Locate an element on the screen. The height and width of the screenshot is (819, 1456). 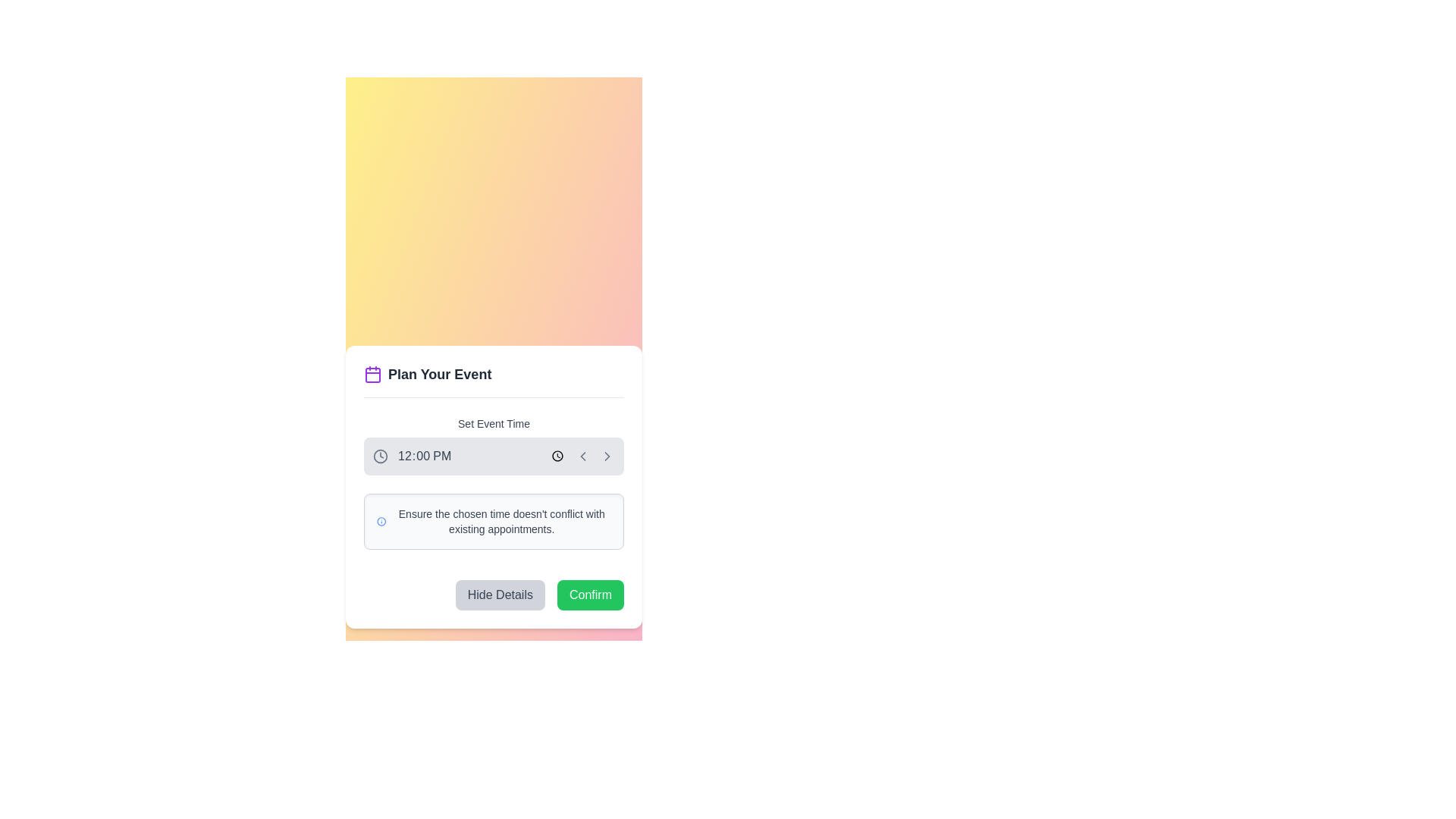
the decorative or status-indicating icon located within the informational alert message box beneath the 'Set Event Time' label, adjacent to the warning text is located at coordinates (381, 520).